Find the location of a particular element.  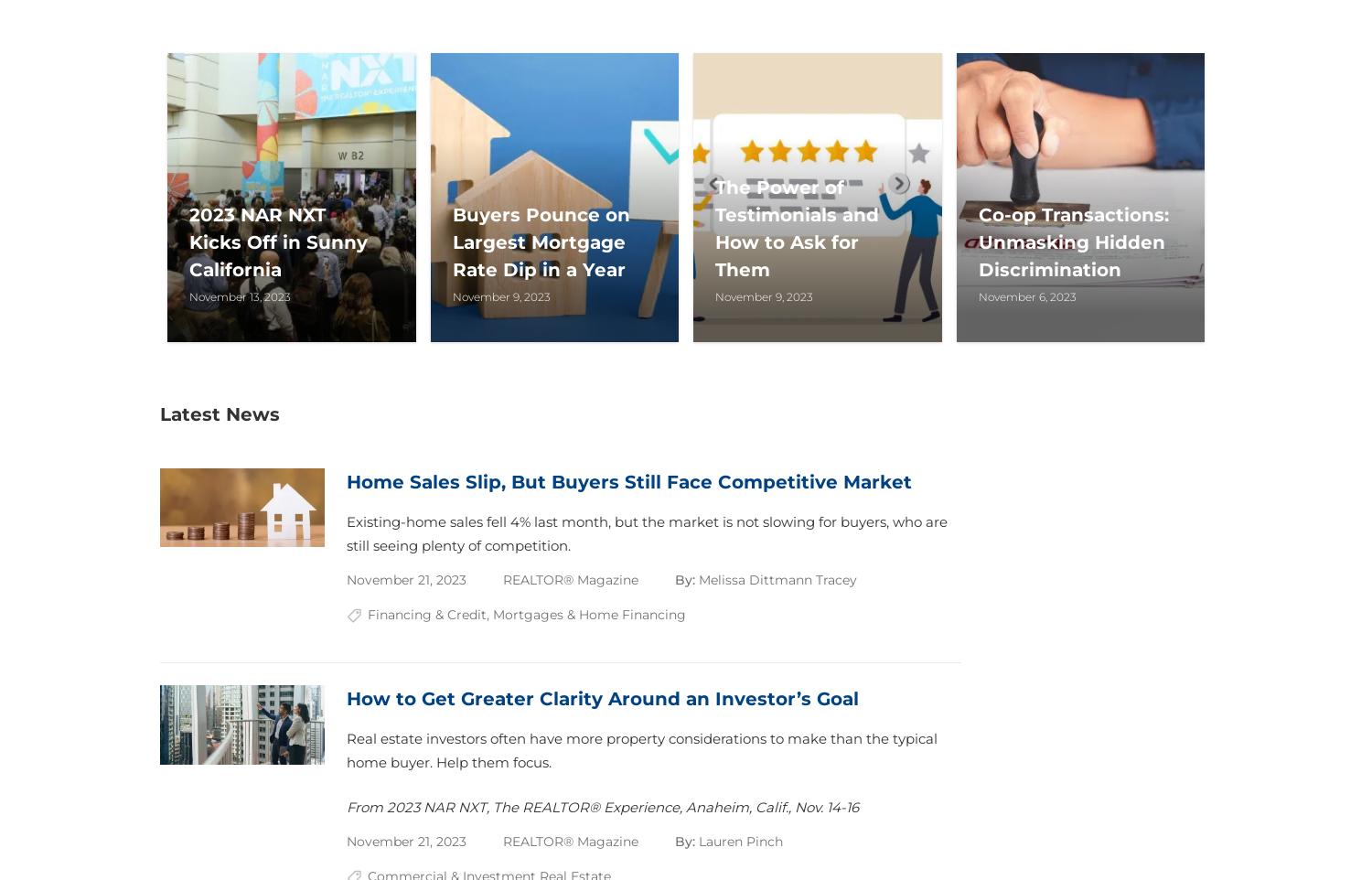

'Melissa Dittmann Tracey' is located at coordinates (698, 578).